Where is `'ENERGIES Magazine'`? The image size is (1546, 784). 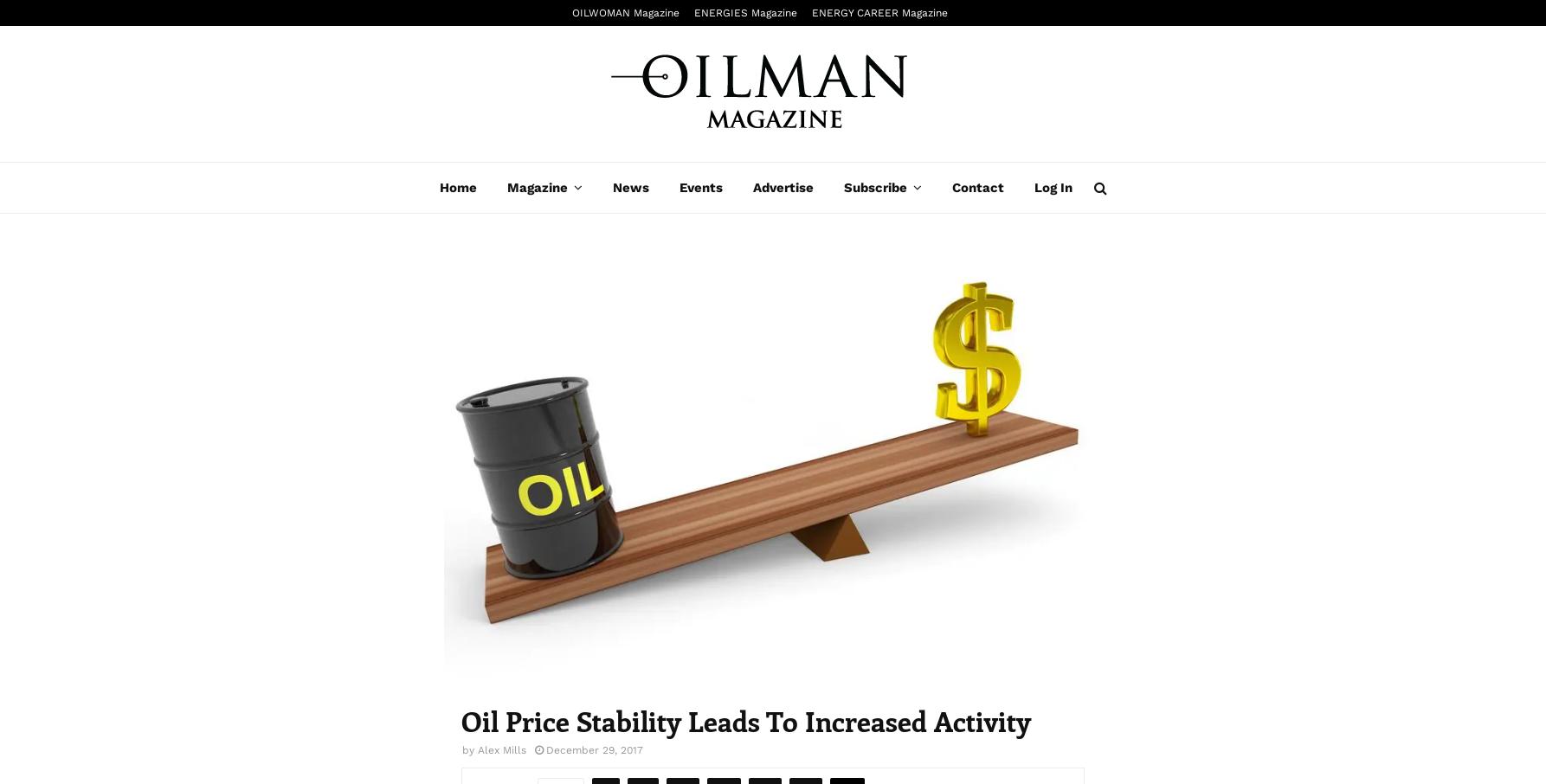
'ENERGIES Magazine' is located at coordinates (744, 12).